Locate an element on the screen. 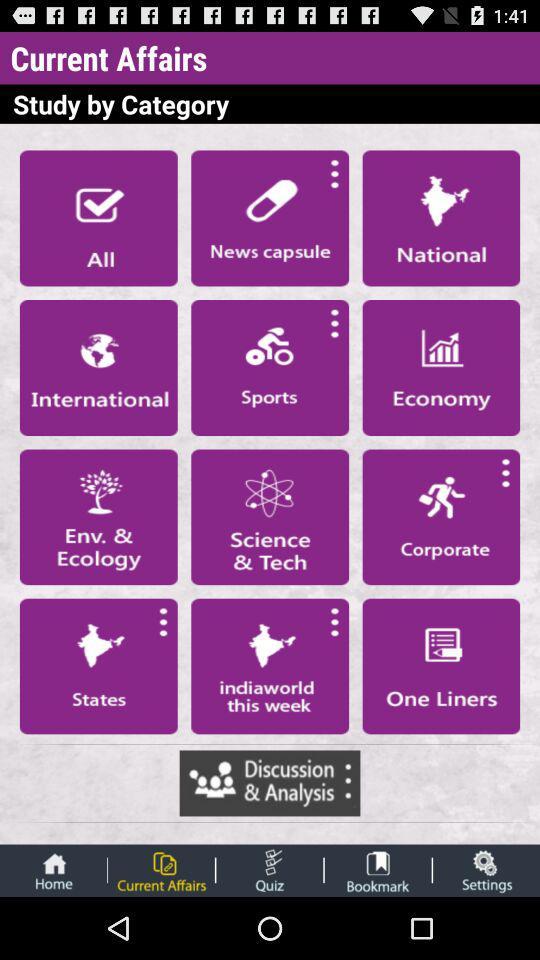 The width and height of the screenshot is (540, 960). open curent affairs category is located at coordinates (160, 869).